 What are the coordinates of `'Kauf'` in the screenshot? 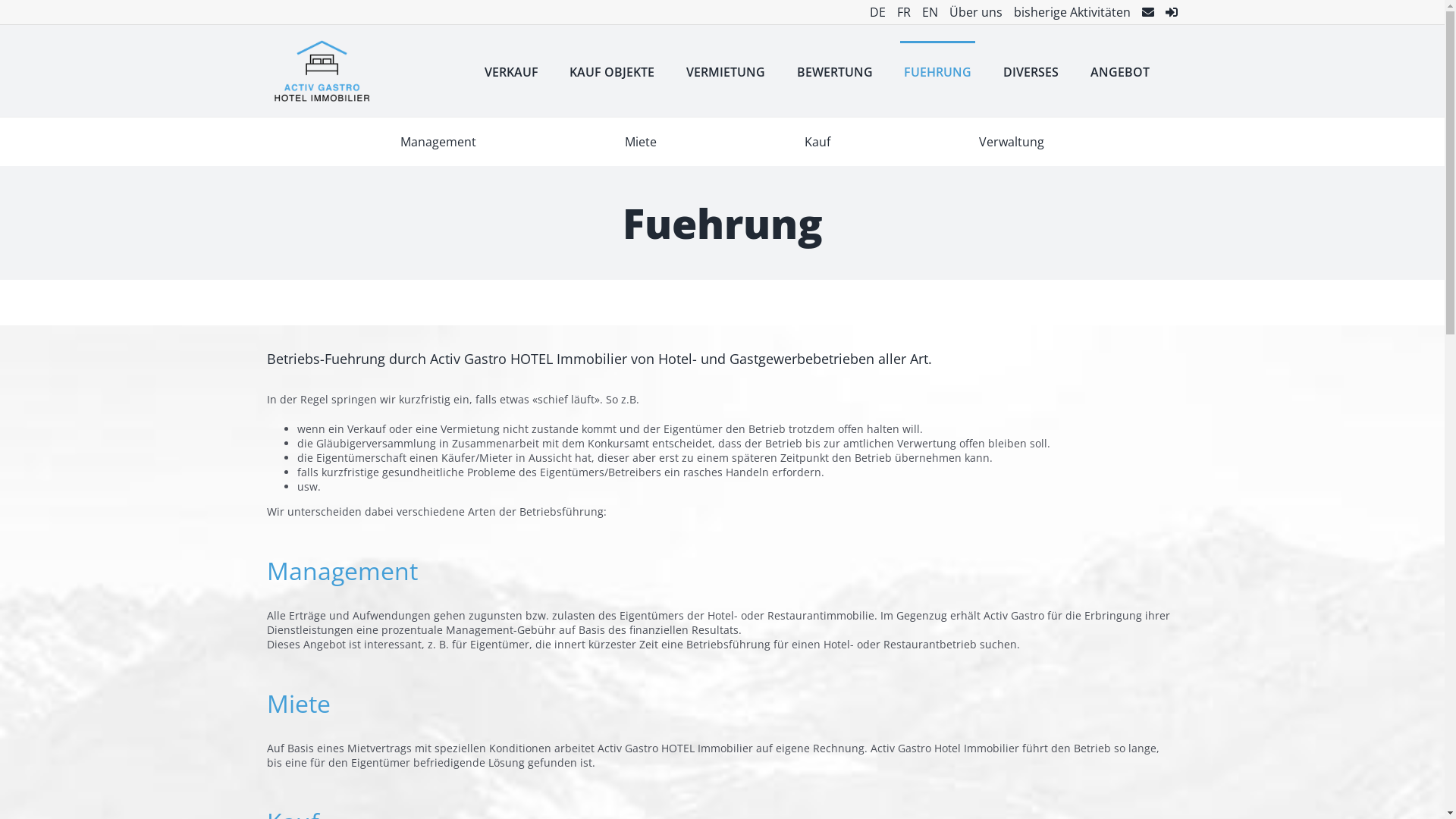 It's located at (789, 141).